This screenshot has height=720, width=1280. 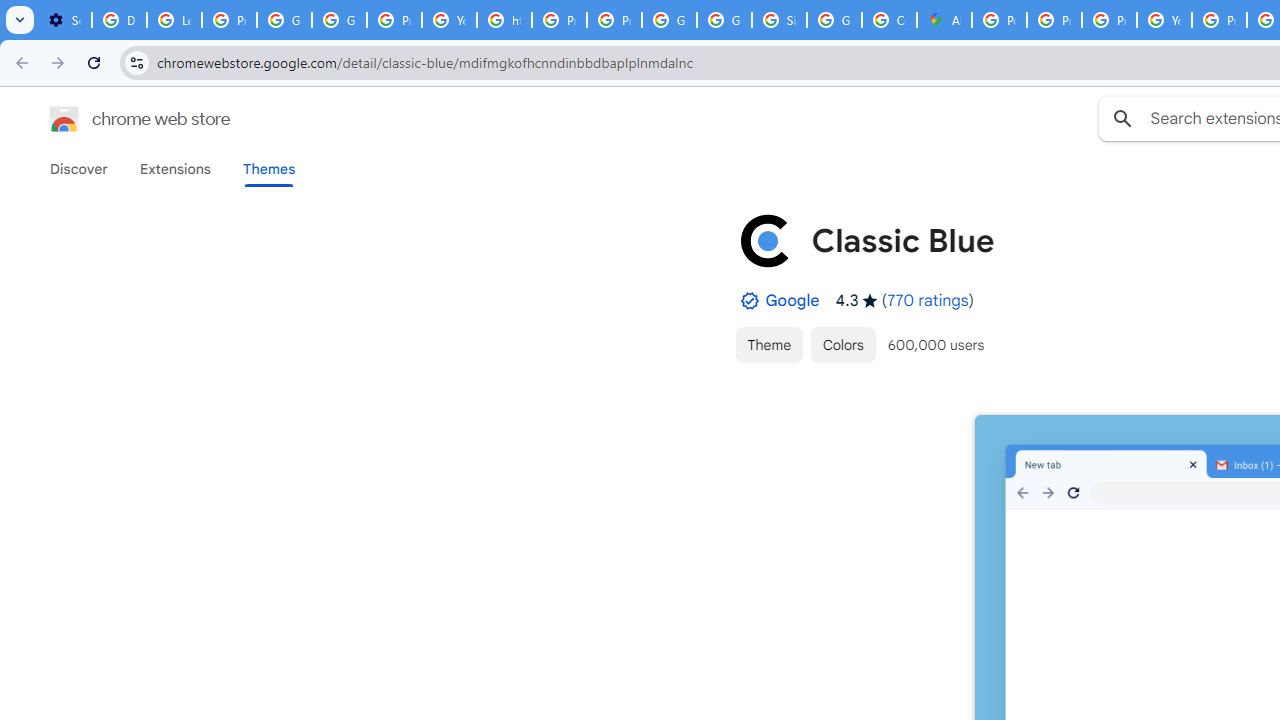 What do you see at coordinates (64, 20) in the screenshot?
I see `'Settings - On startup'` at bounding box center [64, 20].